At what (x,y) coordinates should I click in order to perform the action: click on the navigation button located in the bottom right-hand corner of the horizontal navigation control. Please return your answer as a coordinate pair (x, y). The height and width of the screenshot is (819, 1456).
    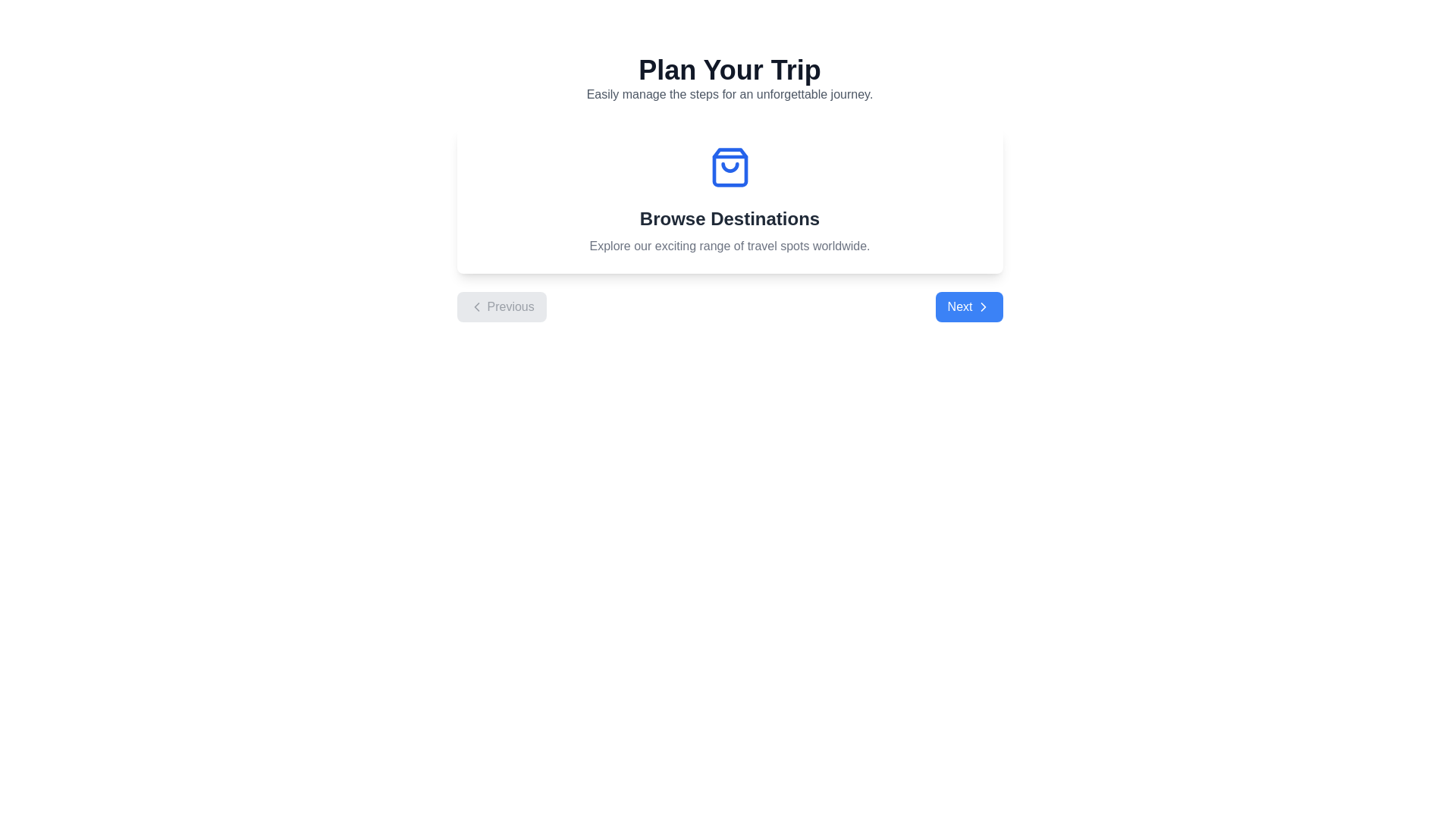
    Looking at the image, I should click on (968, 307).